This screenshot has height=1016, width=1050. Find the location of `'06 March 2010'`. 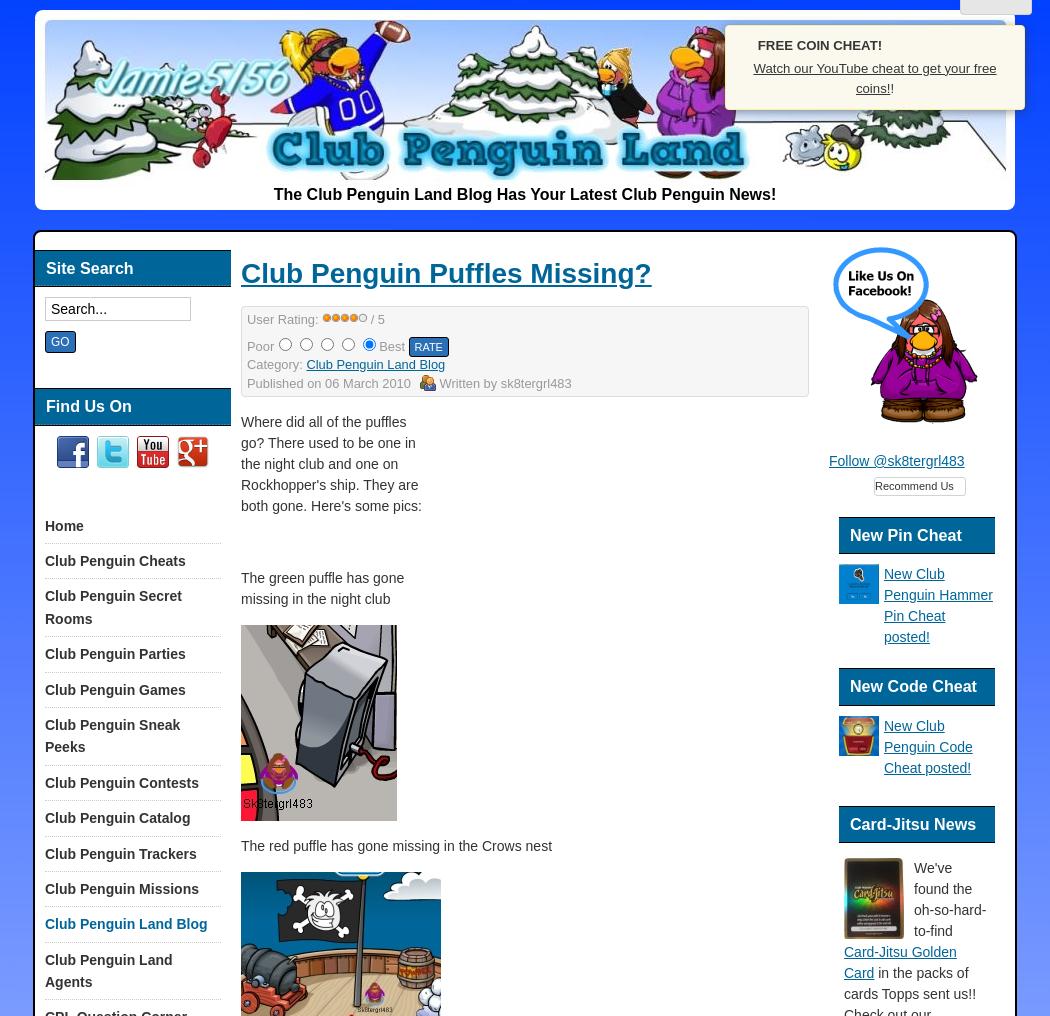

'06 March 2010' is located at coordinates (366, 381).